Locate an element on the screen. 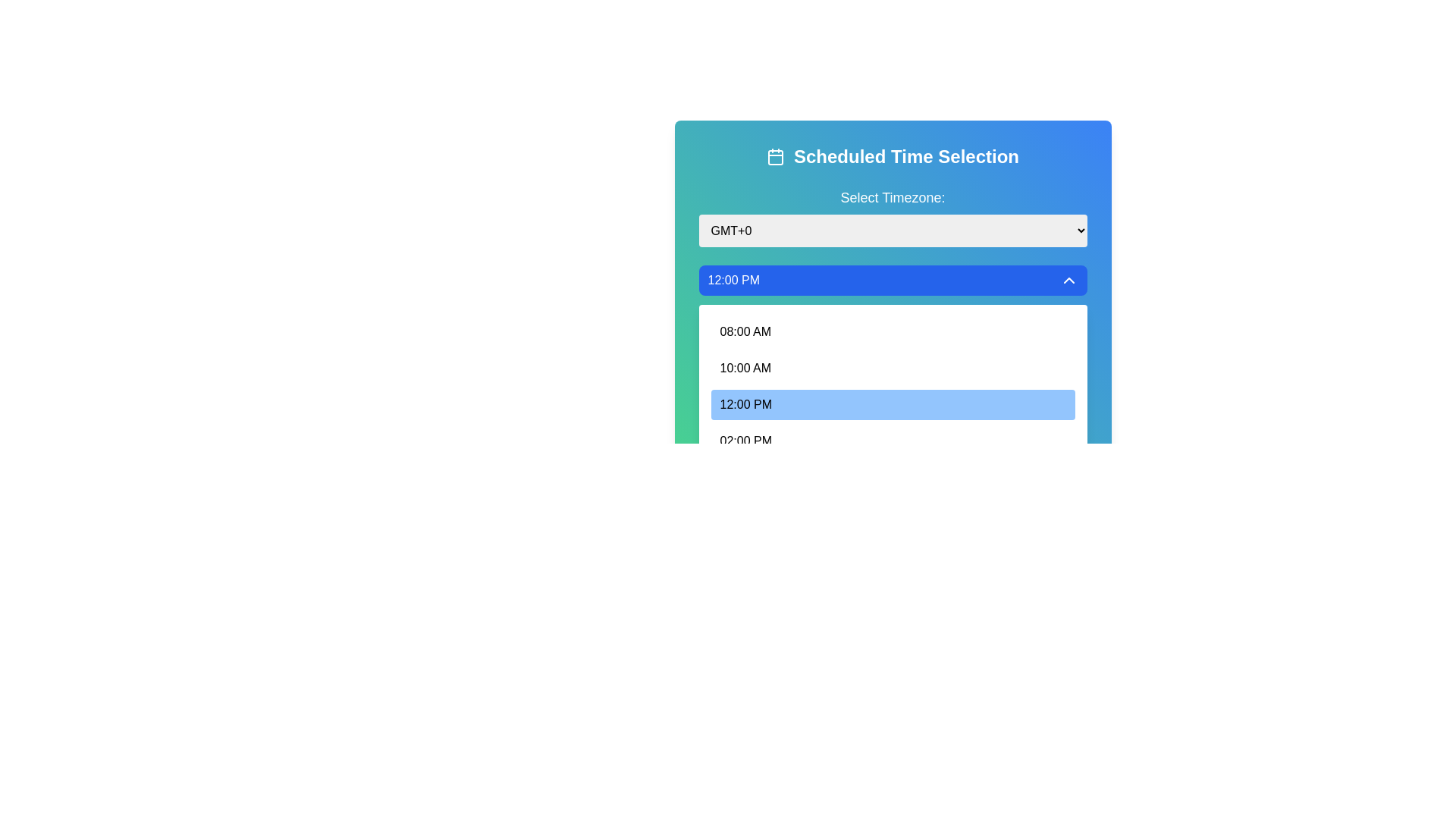  keyboard navigation is located at coordinates (745, 369).